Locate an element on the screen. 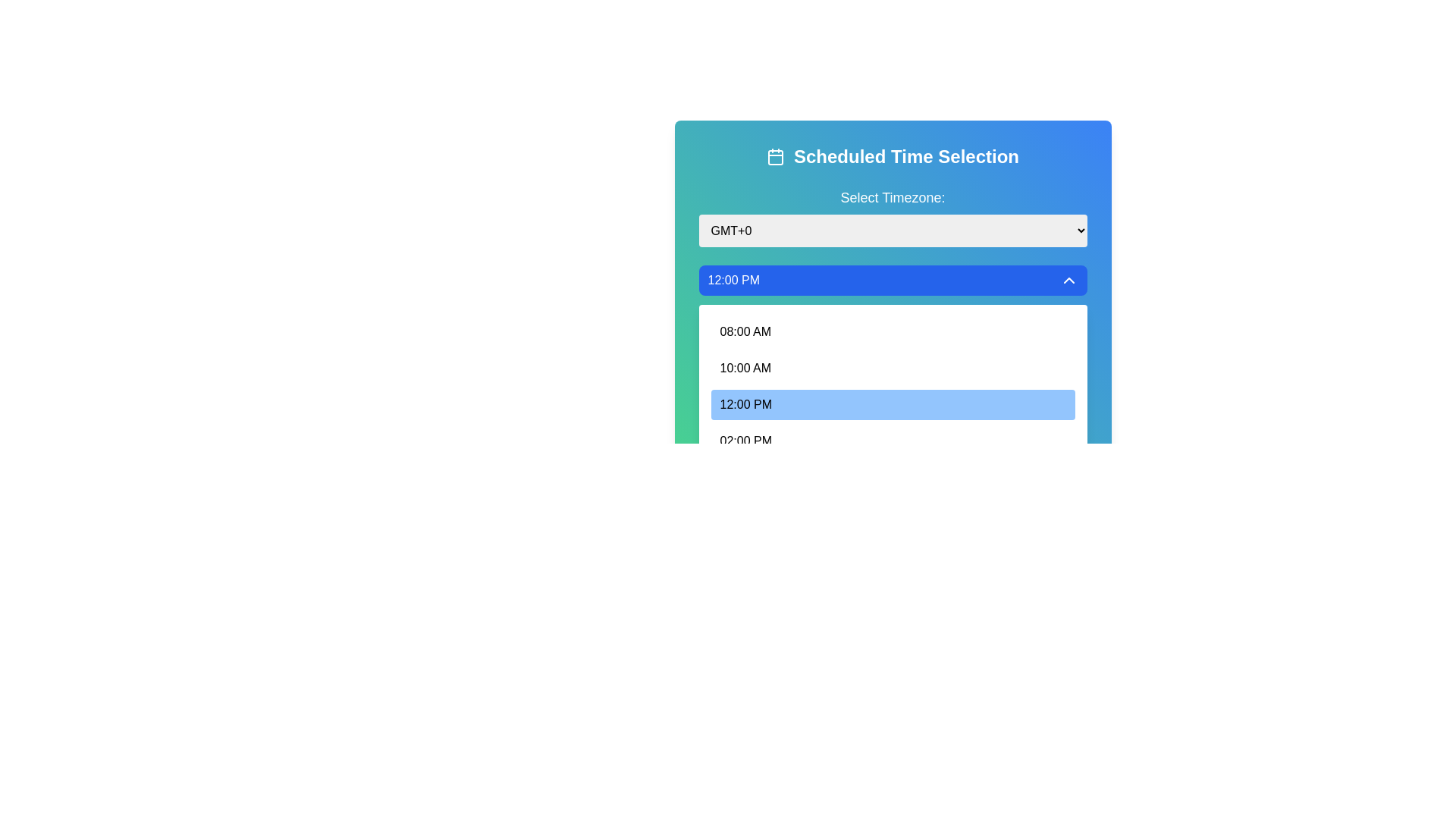  keyboard navigation is located at coordinates (745, 369).